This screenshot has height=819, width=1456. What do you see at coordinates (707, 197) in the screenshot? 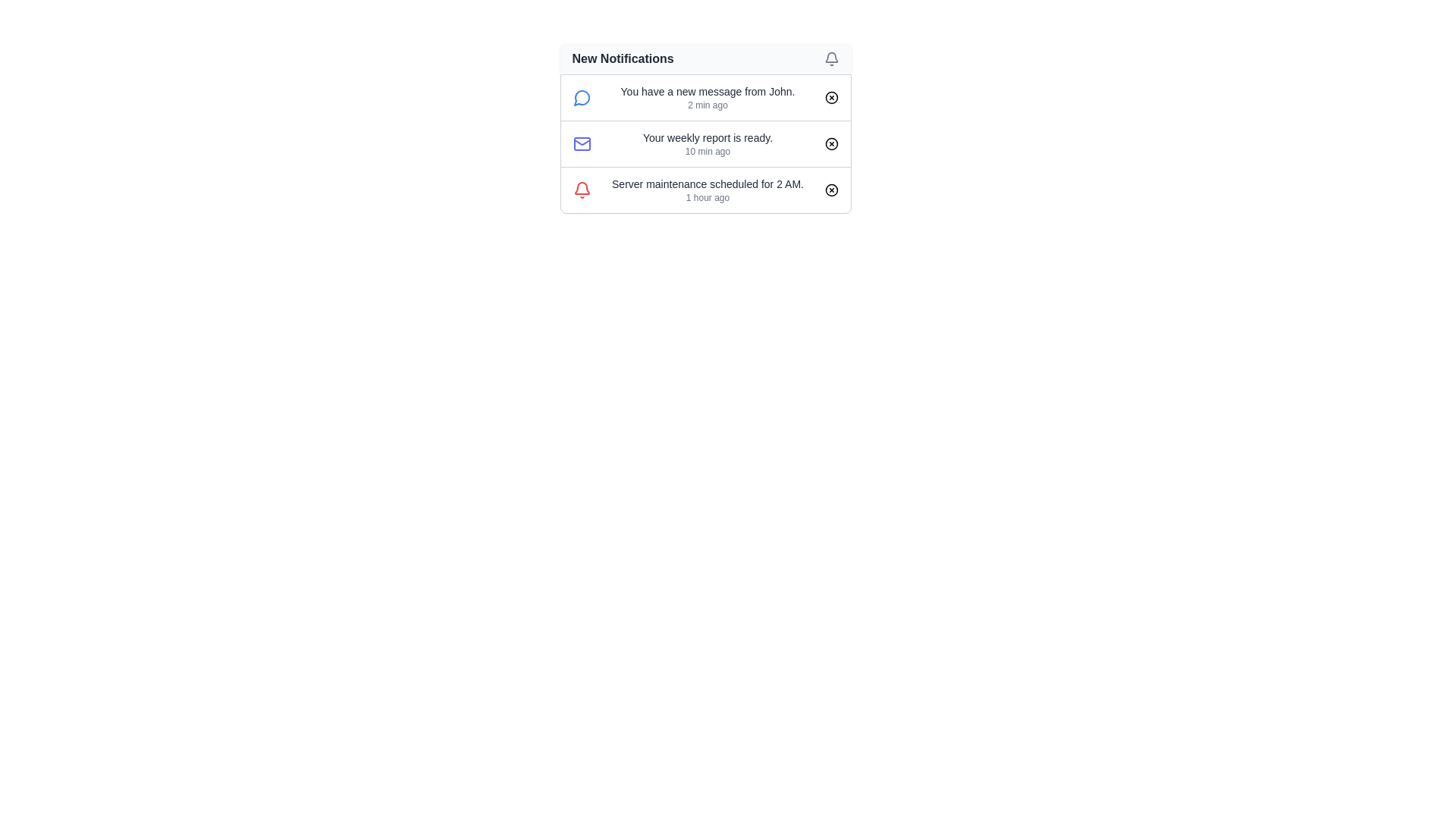
I see `the static text that displays the time elapsed since the last notification update, located below the 'Server maintenance scheduled for 2 AM.' text` at bounding box center [707, 197].